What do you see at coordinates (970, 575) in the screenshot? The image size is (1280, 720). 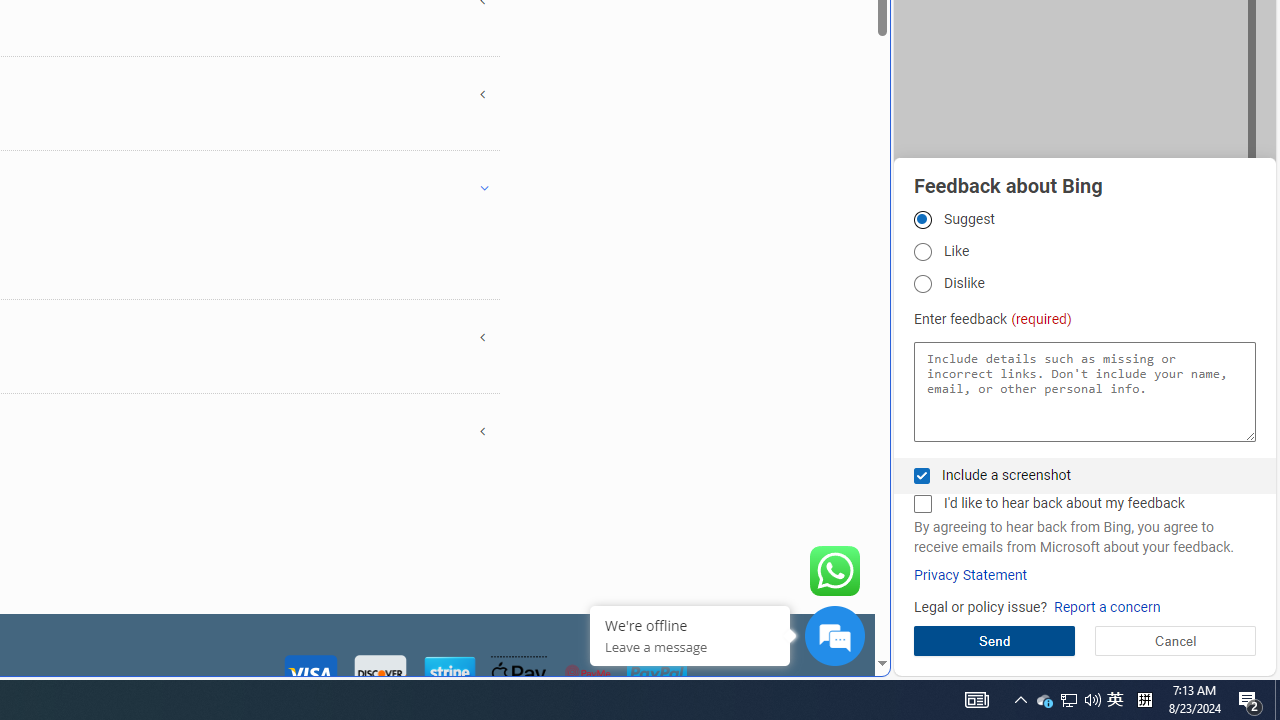 I see `'Privacy Statement'` at bounding box center [970, 575].